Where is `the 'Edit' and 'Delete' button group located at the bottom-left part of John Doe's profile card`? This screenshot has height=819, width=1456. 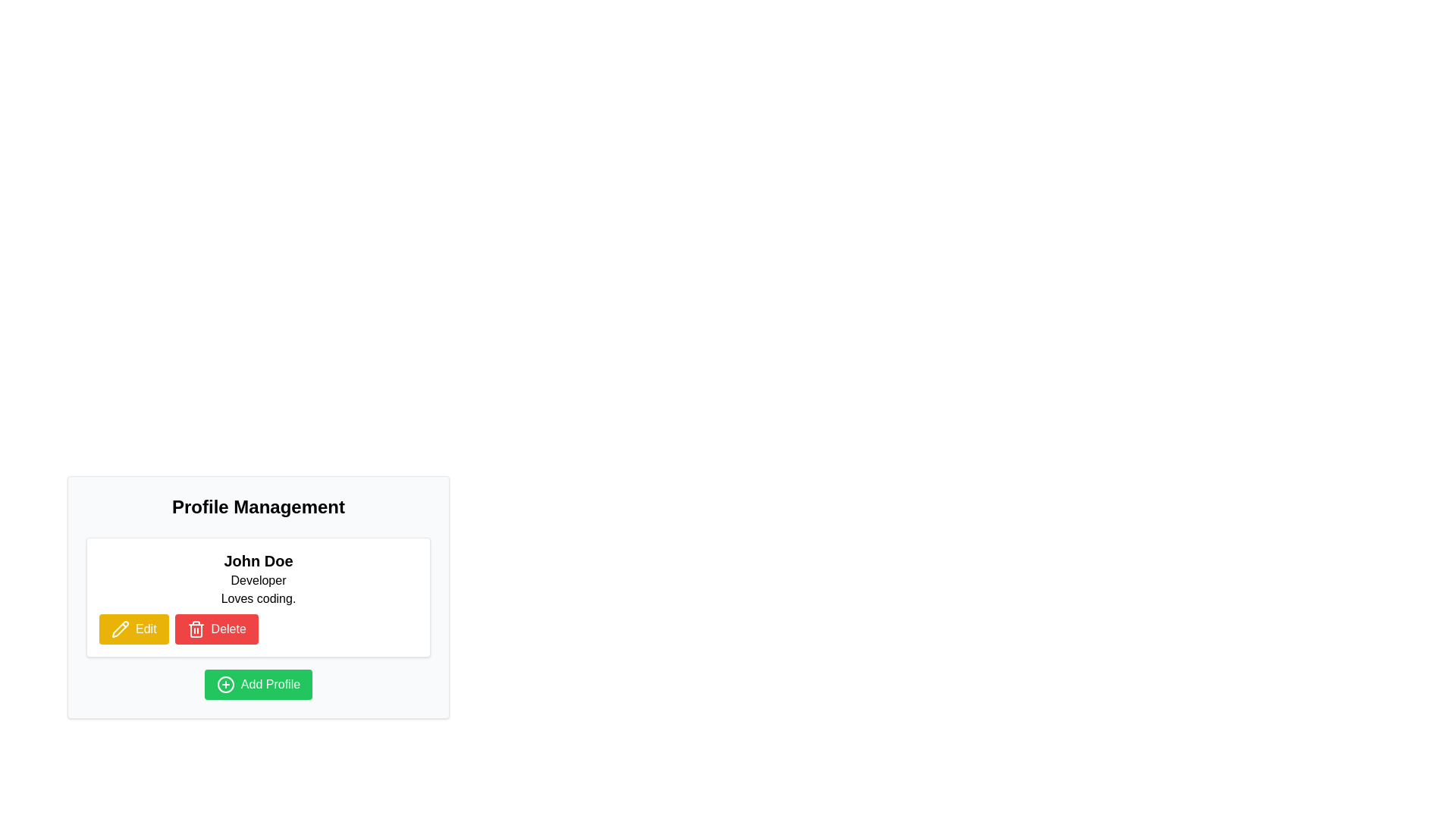 the 'Edit' and 'Delete' button group located at the bottom-left part of John Doe's profile card is located at coordinates (258, 629).